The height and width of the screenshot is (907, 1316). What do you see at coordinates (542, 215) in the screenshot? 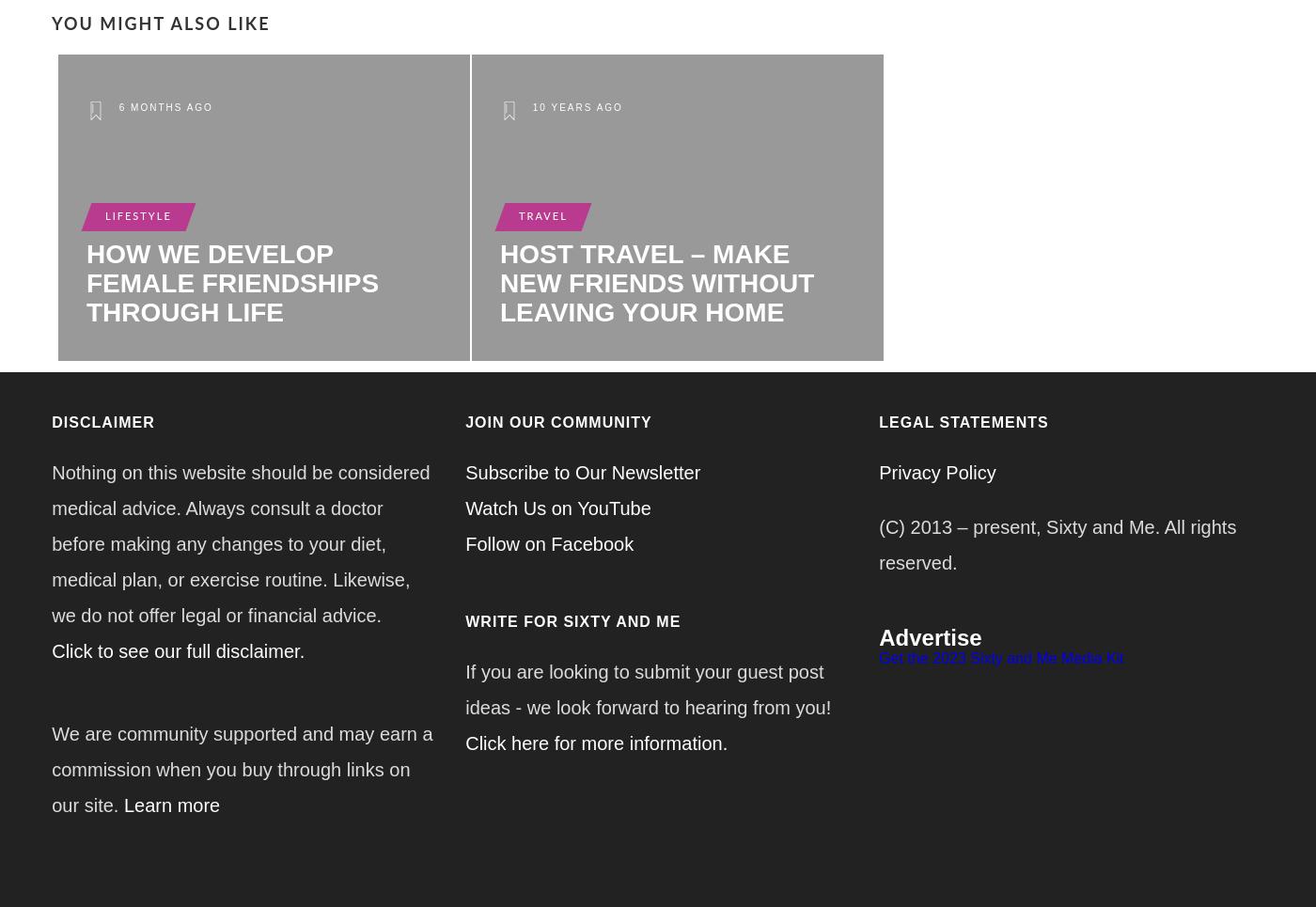
I see `'Travel'` at bounding box center [542, 215].